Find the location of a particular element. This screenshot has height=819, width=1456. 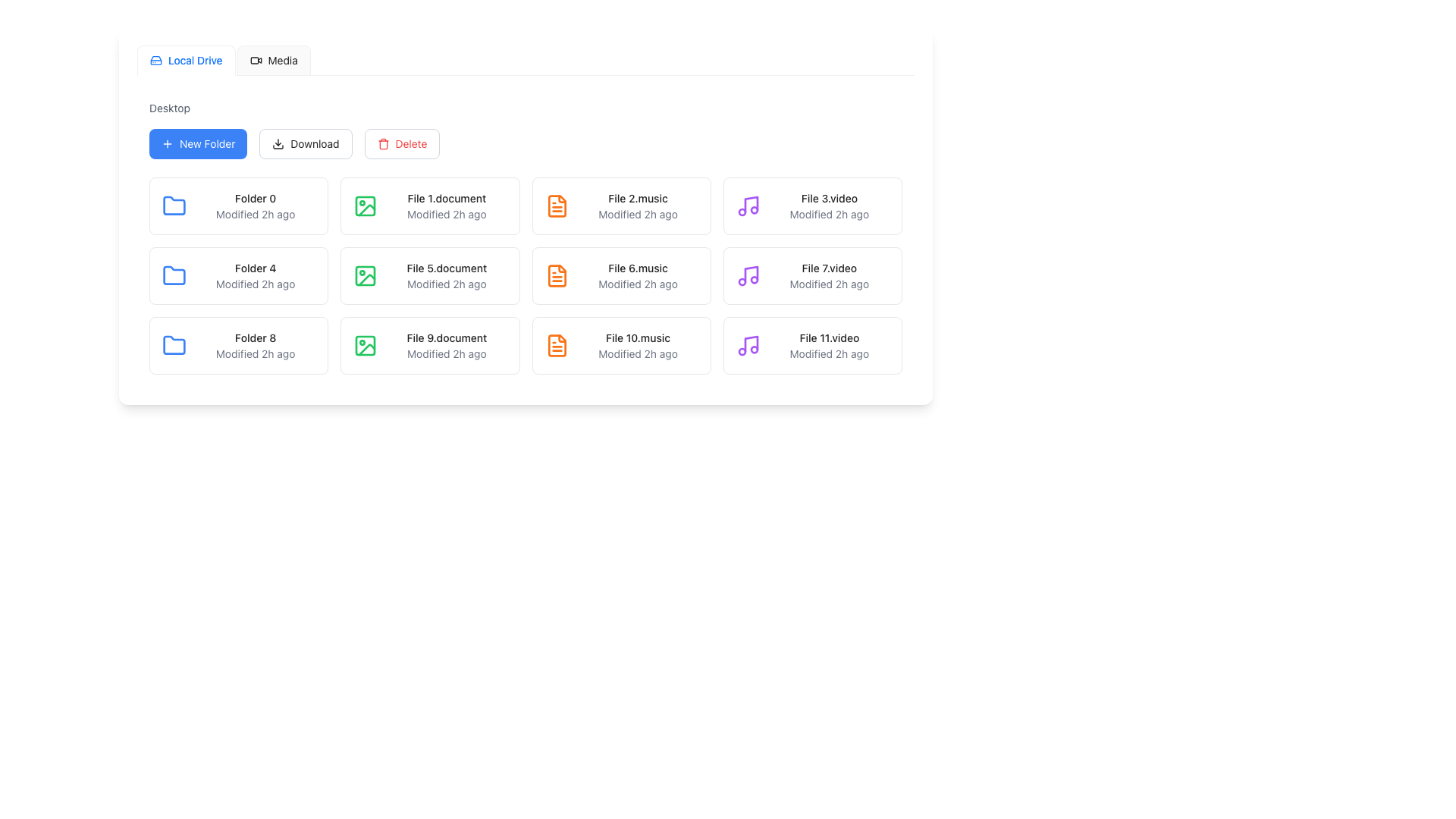

the non-interactive text label displaying the file name located in the third row and second column of the grid layout, positioned below 'Modified 2h ago' and to the right of a document graphic is located at coordinates (446, 337).